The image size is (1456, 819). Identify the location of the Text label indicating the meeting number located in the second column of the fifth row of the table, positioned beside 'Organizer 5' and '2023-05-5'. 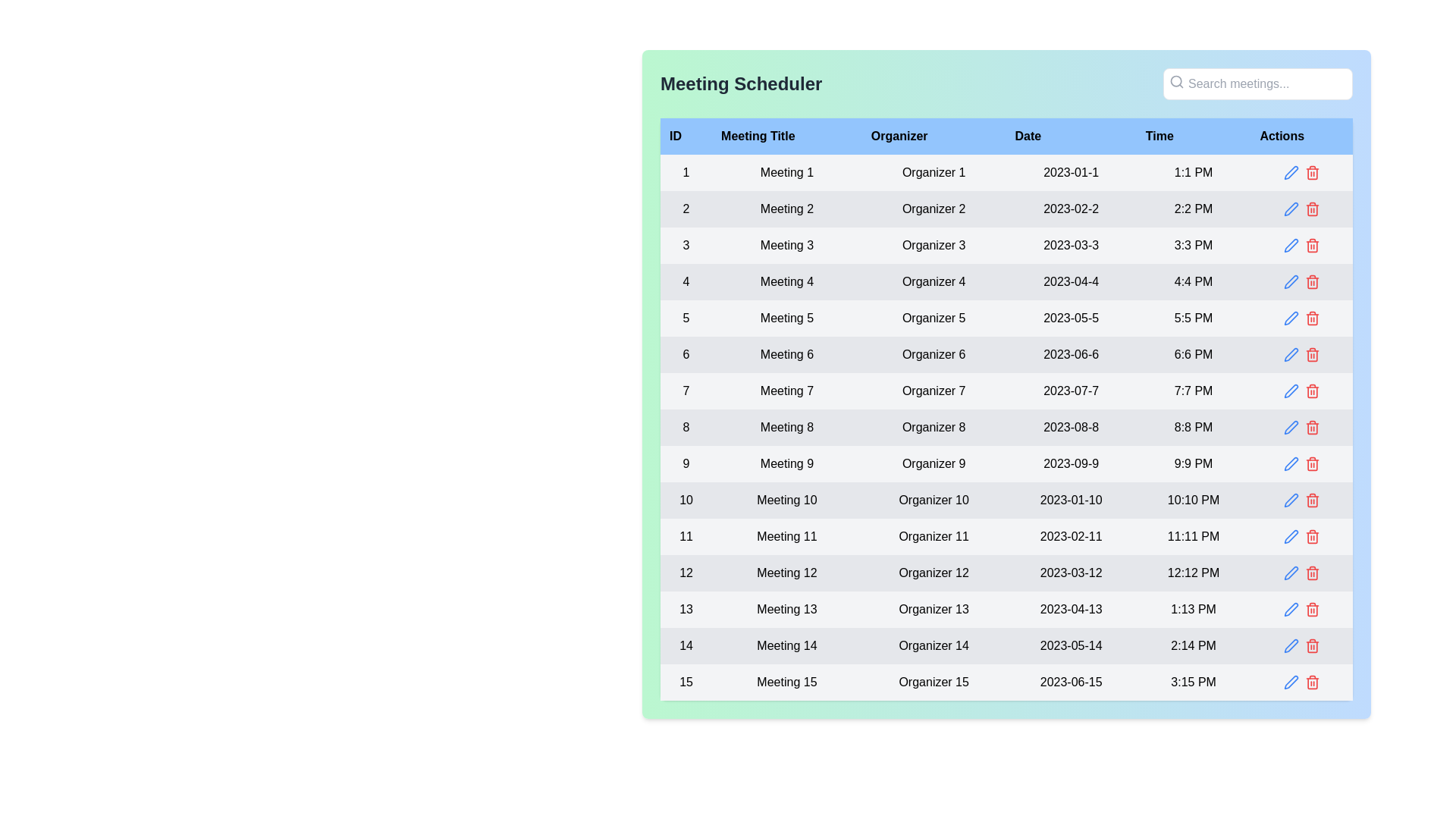
(786, 318).